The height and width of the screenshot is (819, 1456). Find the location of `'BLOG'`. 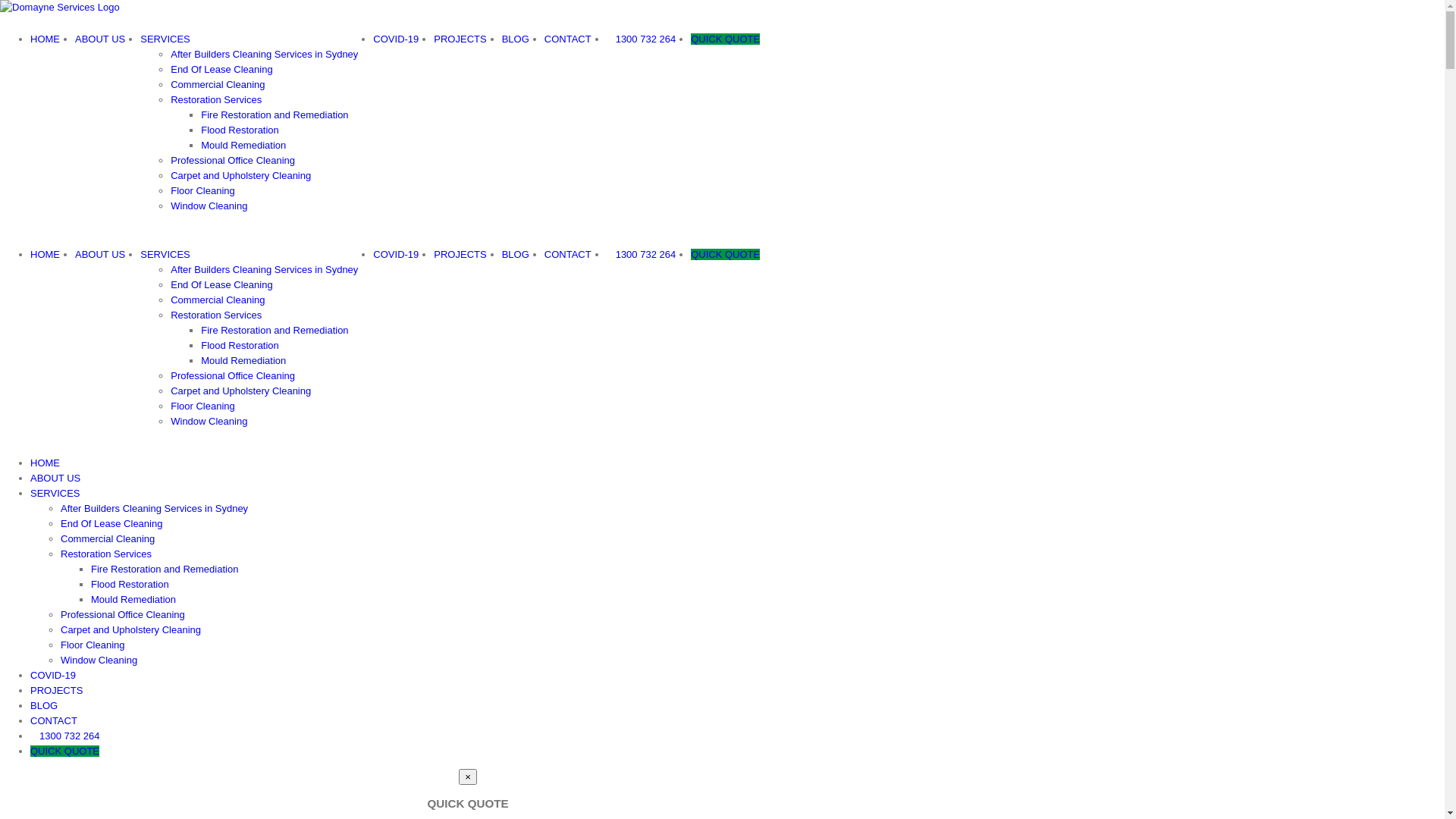

'BLOG' is located at coordinates (516, 253).